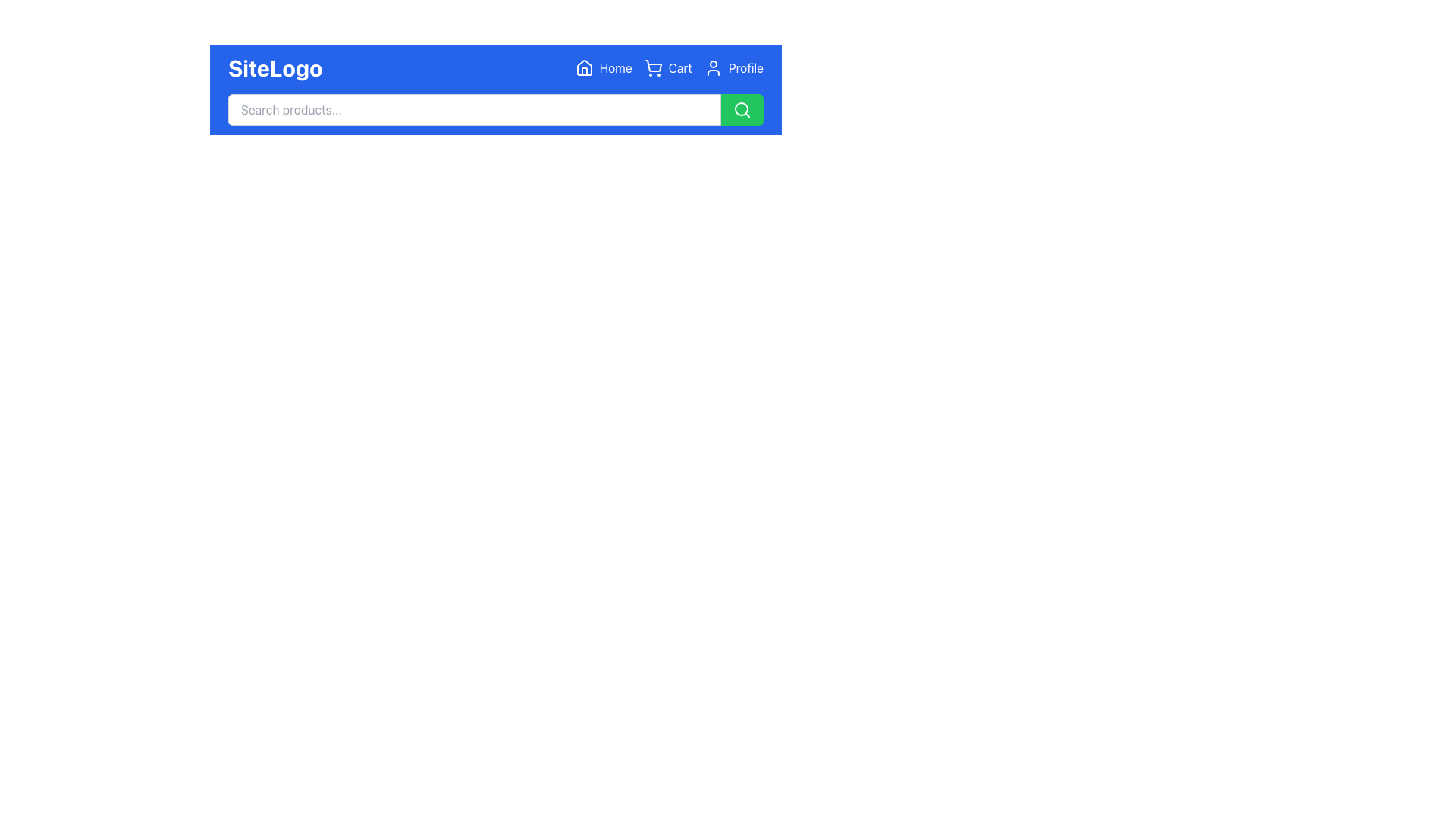 This screenshot has width=1456, height=819. What do you see at coordinates (742, 108) in the screenshot?
I see `the circular part of the magnifying glass icon located at the top-right portion of the search bar` at bounding box center [742, 108].